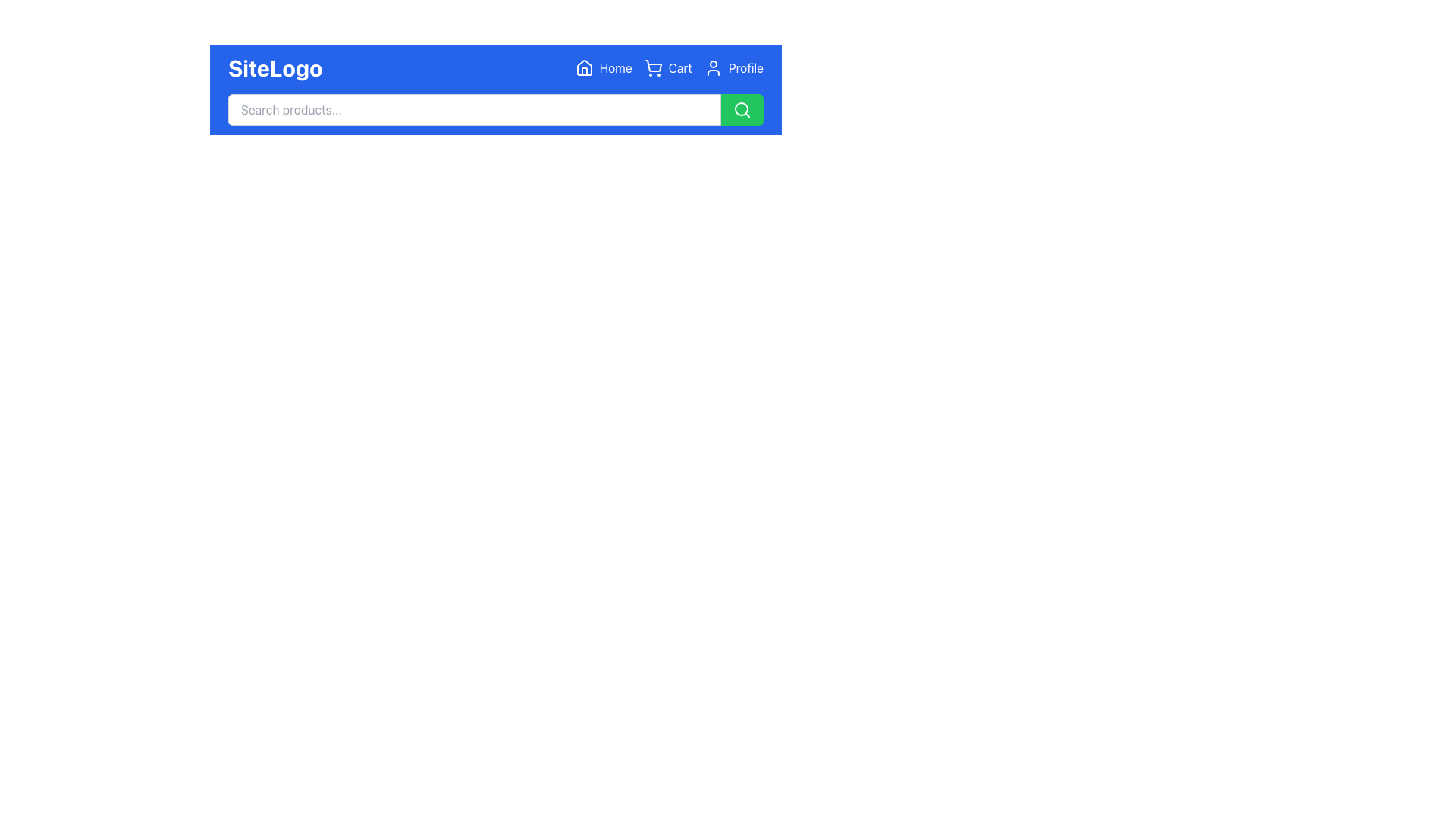 This screenshot has width=1456, height=819. What do you see at coordinates (742, 108) in the screenshot?
I see `the circular part of the magnifying glass icon located at the top-right portion of the search bar` at bounding box center [742, 108].